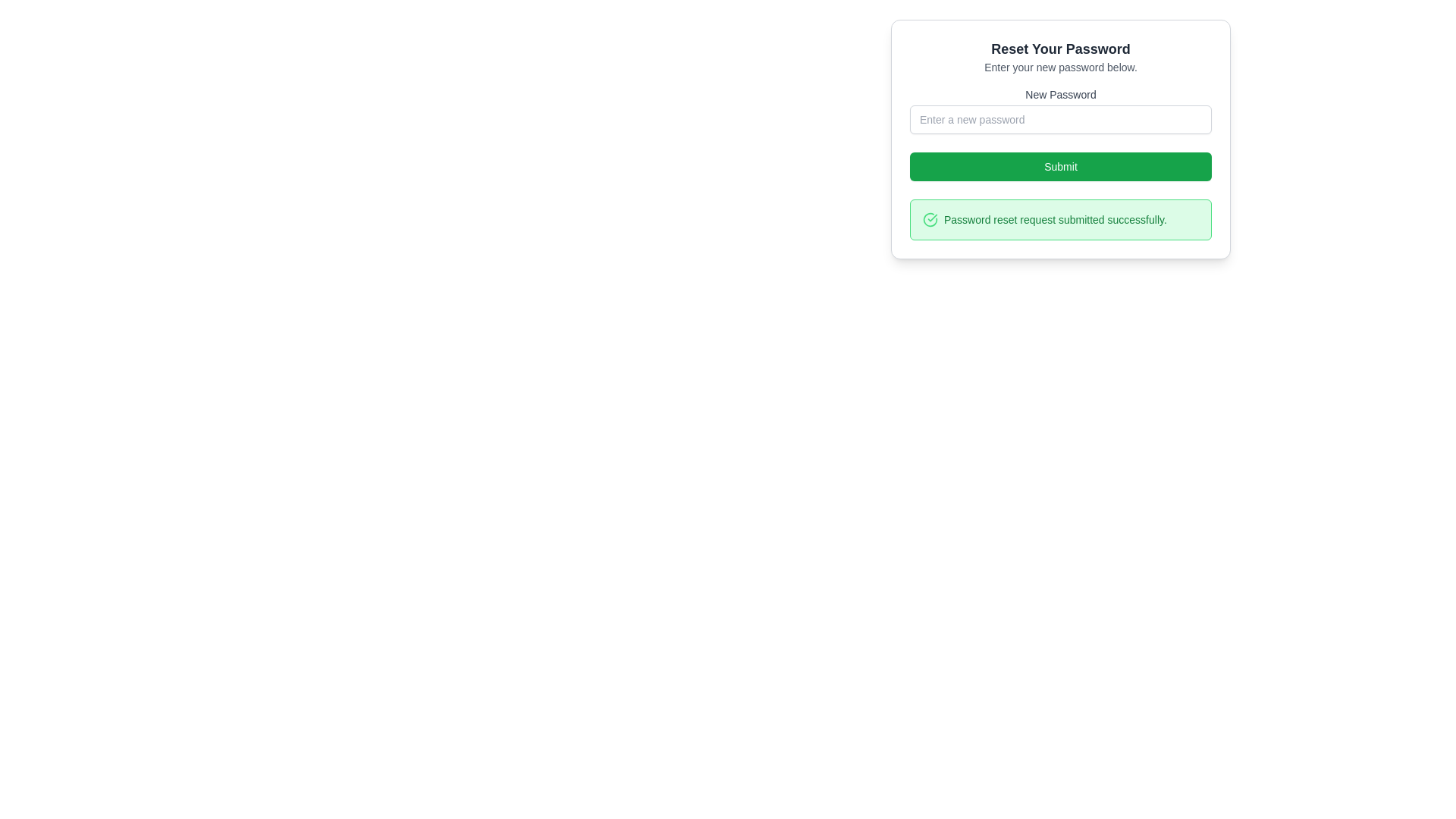 Image resolution: width=1456 pixels, height=819 pixels. What do you see at coordinates (1059, 219) in the screenshot?
I see `text content of the confirmation message that states 'Password reset request submitted successfully.' which is styled in green and located near a green checkmark icon in the alert box at the bottom of the form area` at bounding box center [1059, 219].